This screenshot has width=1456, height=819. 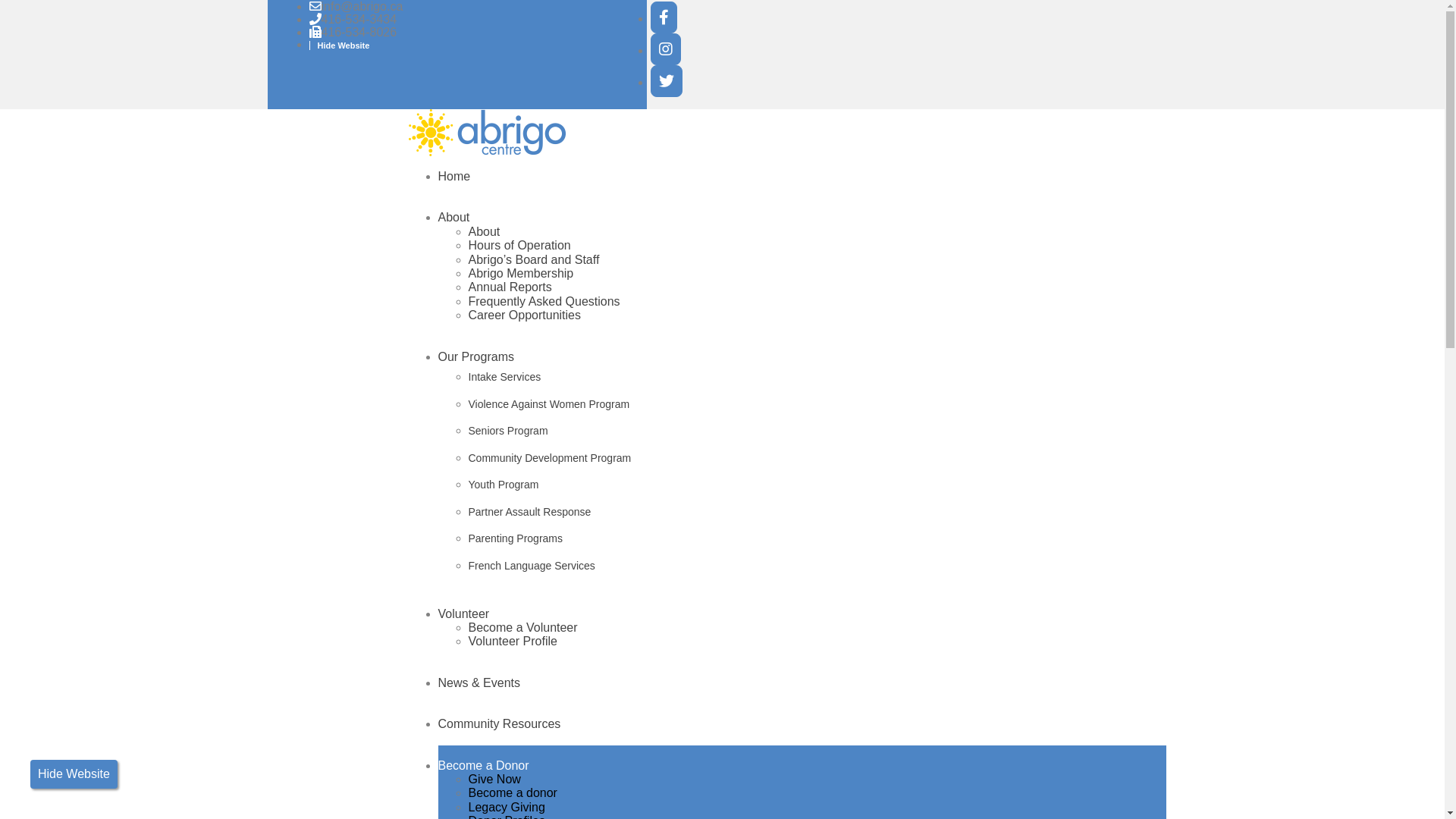 I want to click on 'Become a Volunteer', so click(x=523, y=627).